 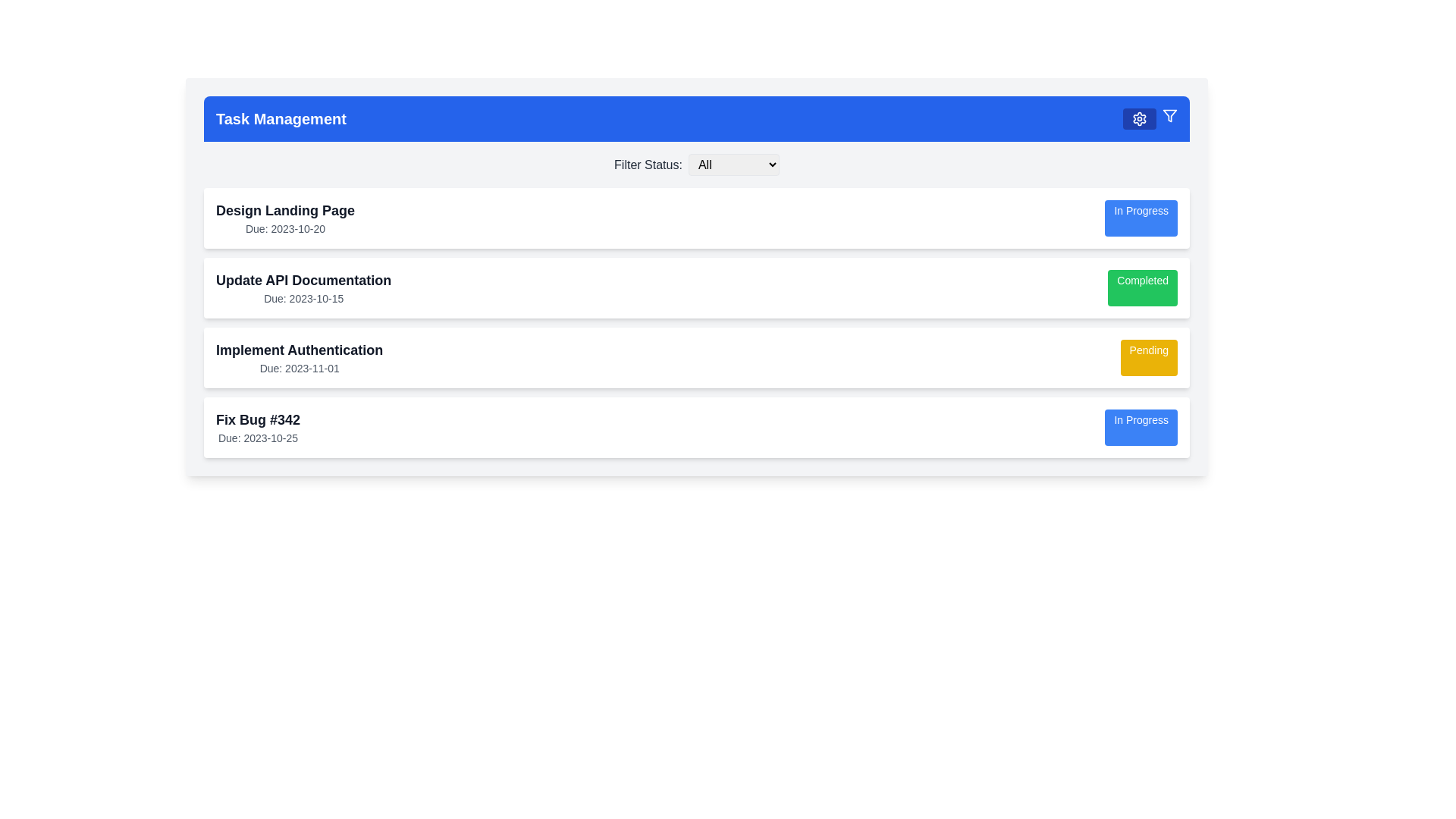 I want to click on the third task card in the task management system, which displays the task title, due date, and current status ('Pending'). This card is located between 'Update API Documentation' and 'Fix Bug #342', so click(x=695, y=357).